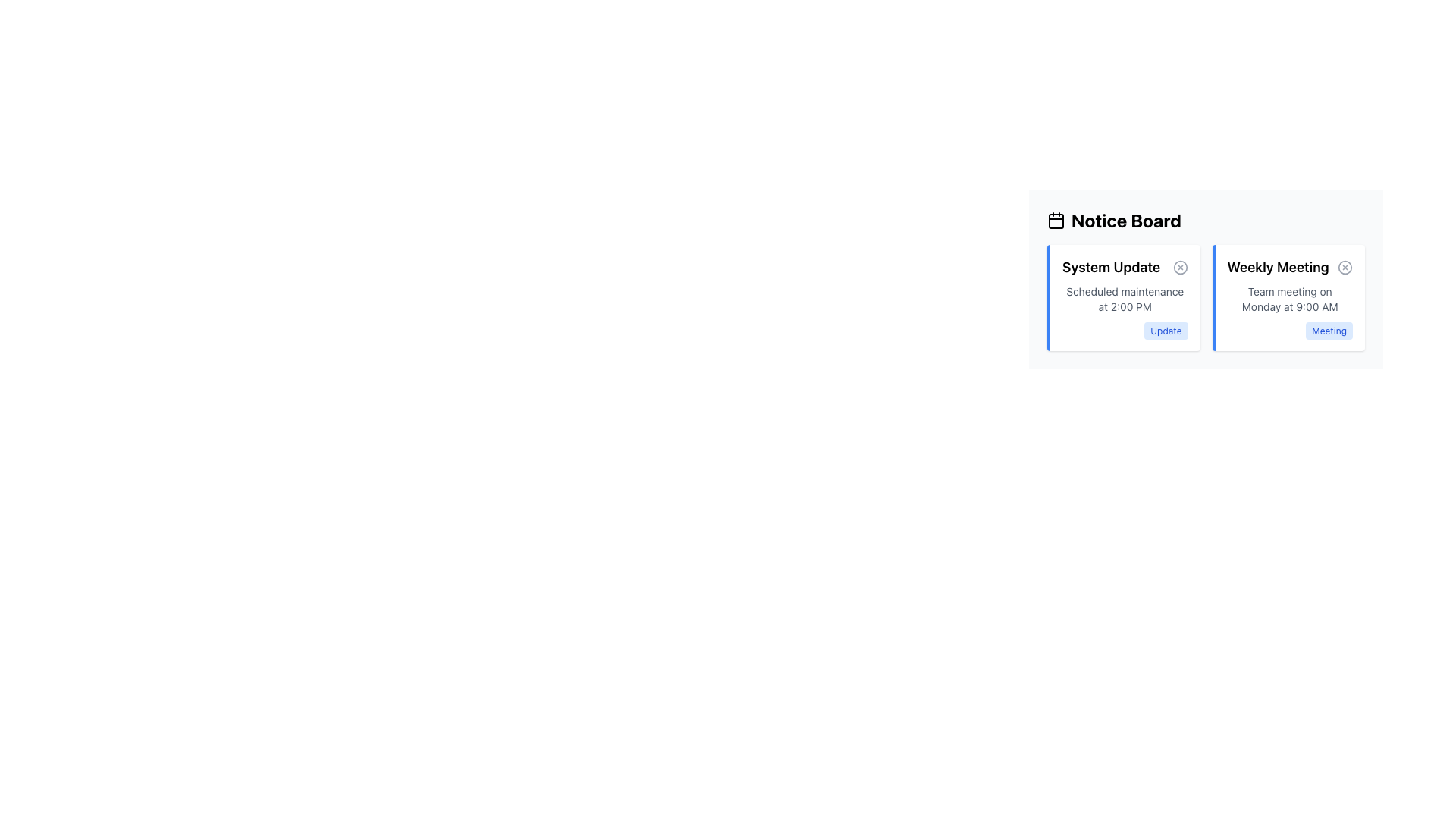 Image resolution: width=1456 pixels, height=819 pixels. Describe the element at coordinates (1165, 330) in the screenshot. I see `the 'Update' button located at the bottom-right corner of the 'System Update' card in the Notice Board section` at that location.